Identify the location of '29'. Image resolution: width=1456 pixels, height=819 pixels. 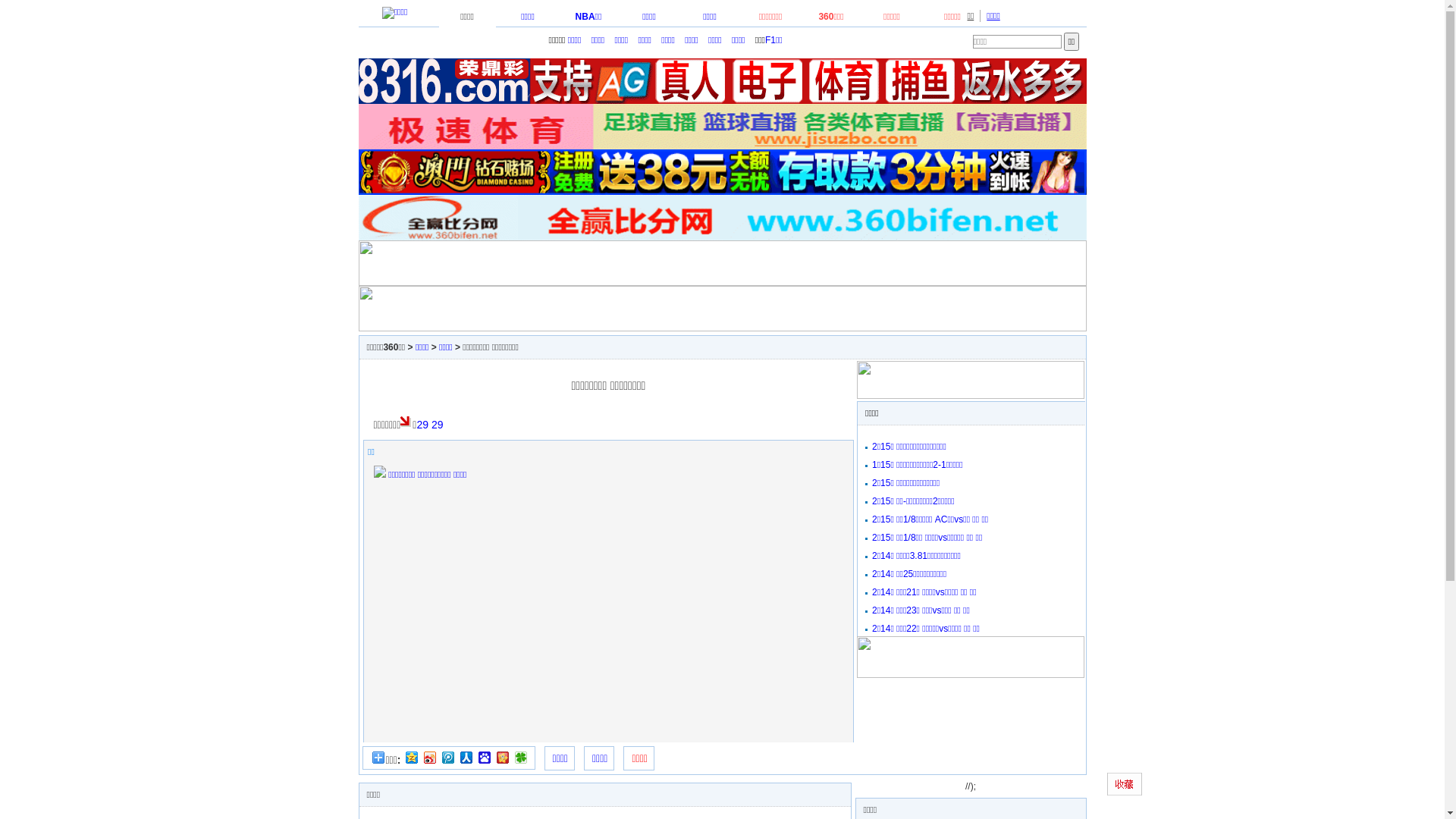
(431, 424).